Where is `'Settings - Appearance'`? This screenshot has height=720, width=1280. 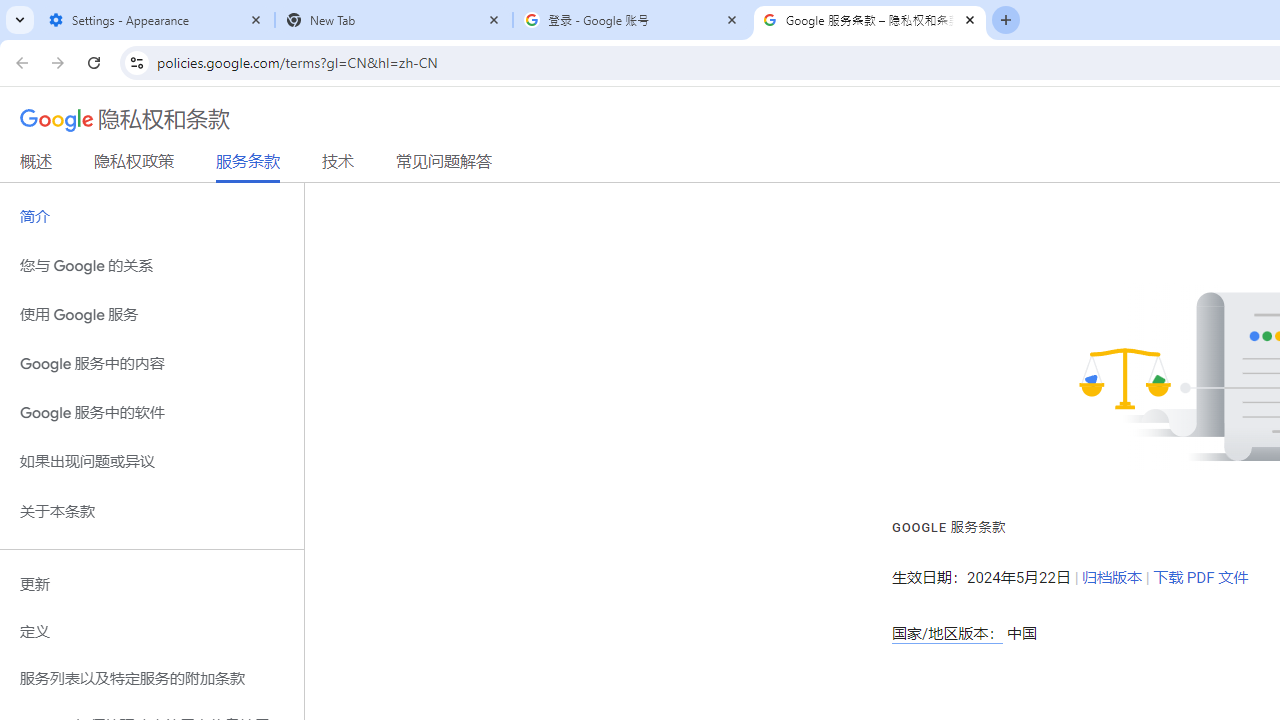
'Settings - Appearance' is located at coordinates (155, 20).